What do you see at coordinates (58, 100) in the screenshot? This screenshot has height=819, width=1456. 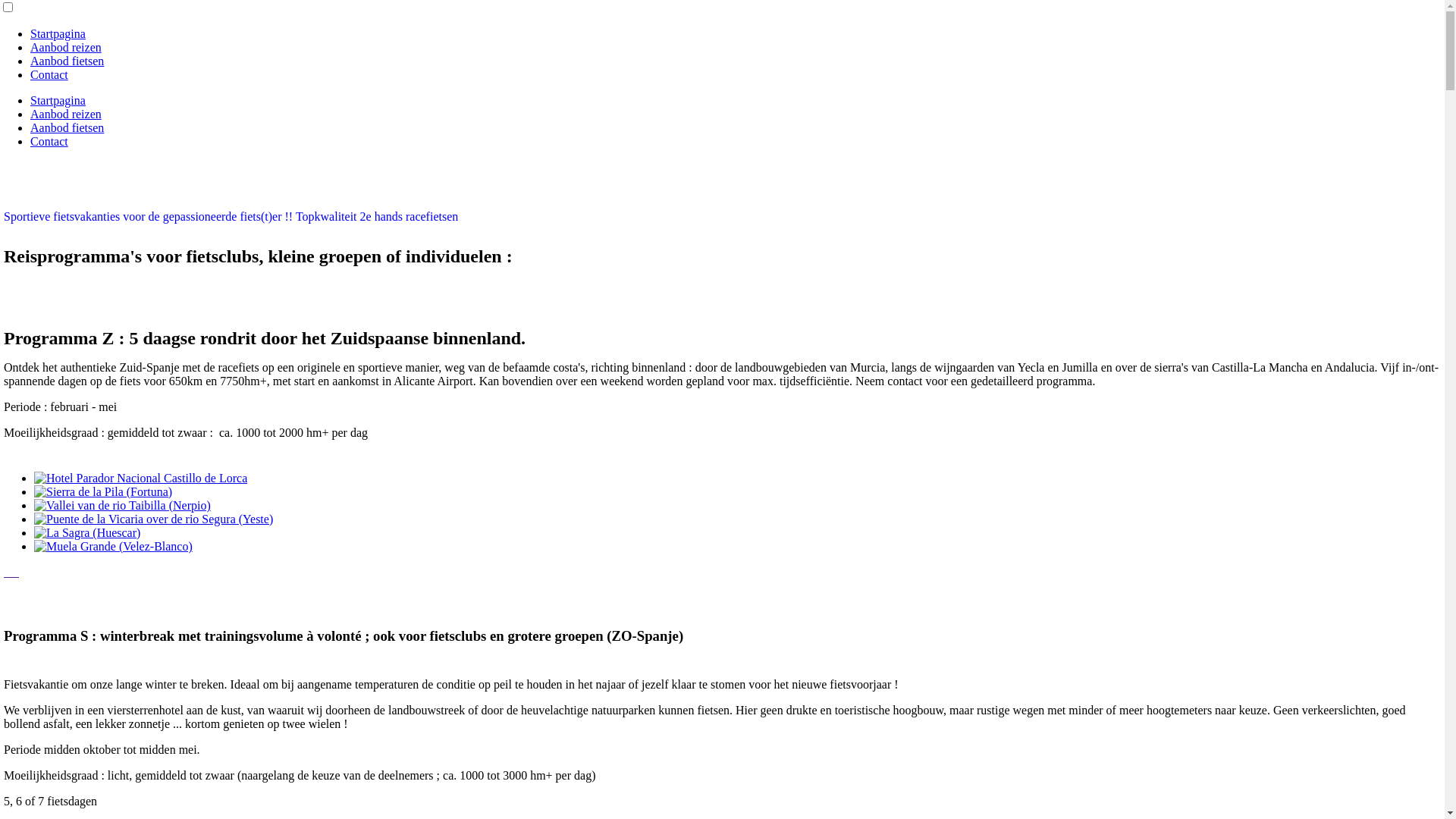 I see `'Startpagina'` at bounding box center [58, 100].